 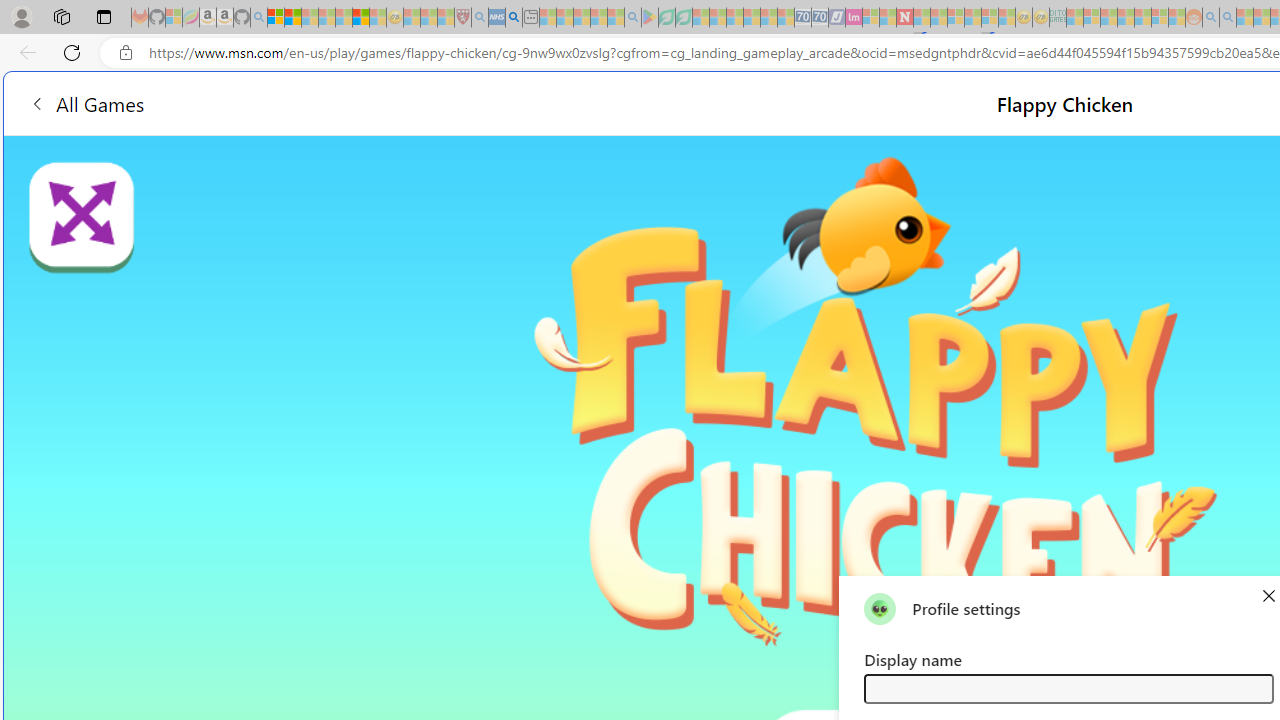 What do you see at coordinates (85, 103) in the screenshot?
I see `'All Games'` at bounding box center [85, 103].